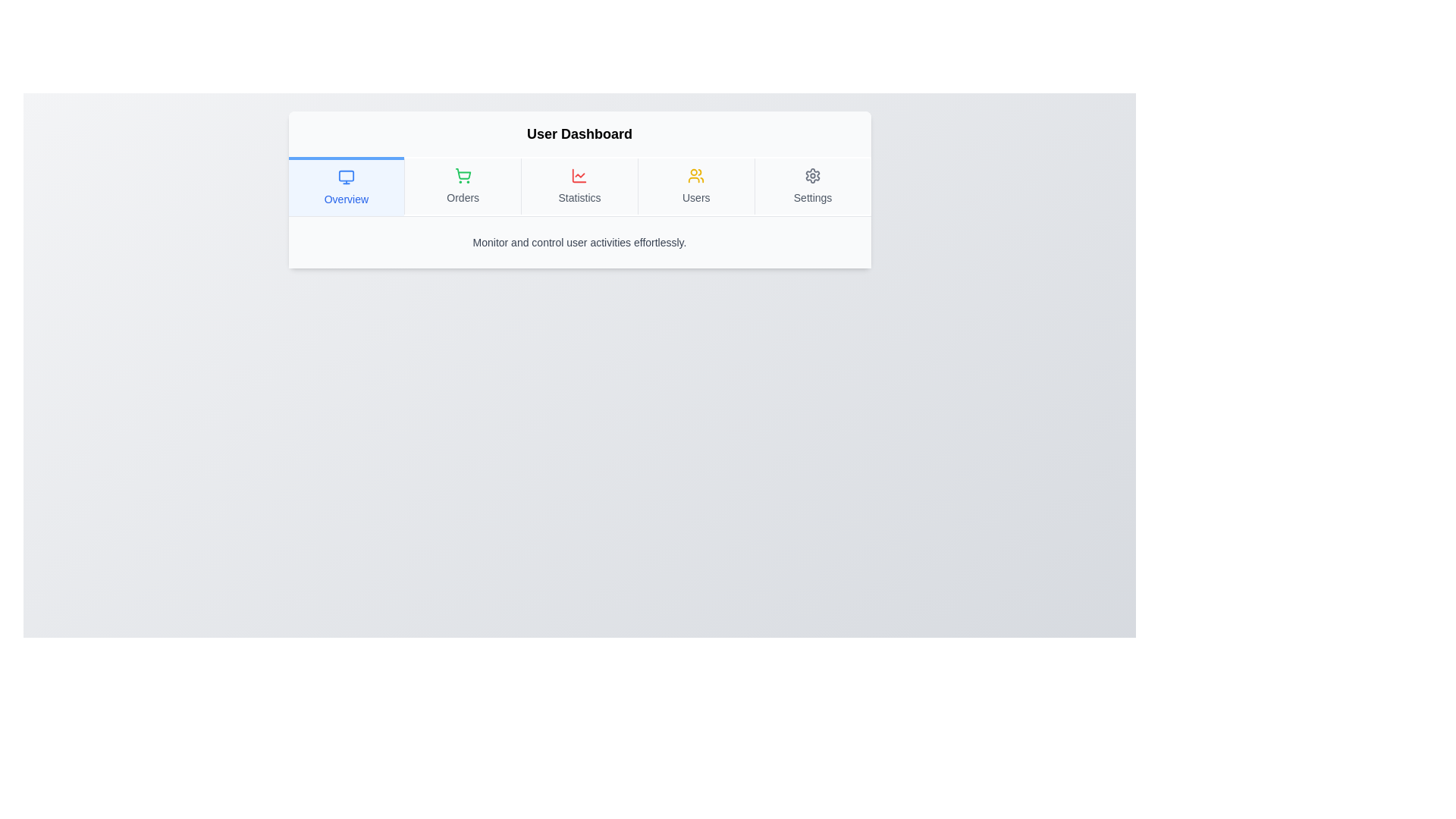  What do you see at coordinates (812, 174) in the screenshot?
I see `the settings icon located at the center of the rectangular block labeled 'Settings'` at bounding box center [812, 174].